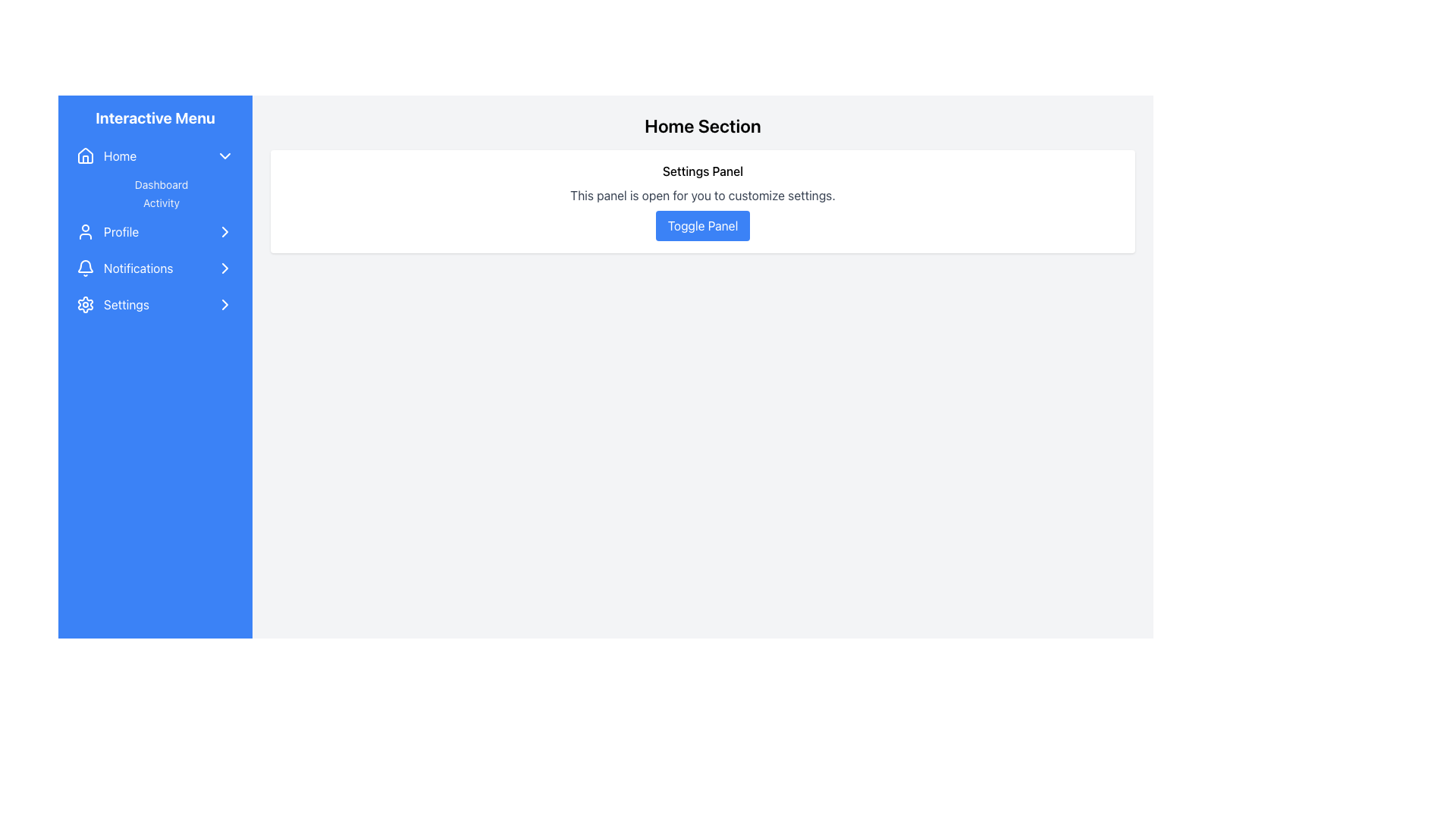  I want to click on text label displaying 'Dashboard' which is styled in light gray and located on a blue background, aligned to the left side of the interface, so click(161, 184).